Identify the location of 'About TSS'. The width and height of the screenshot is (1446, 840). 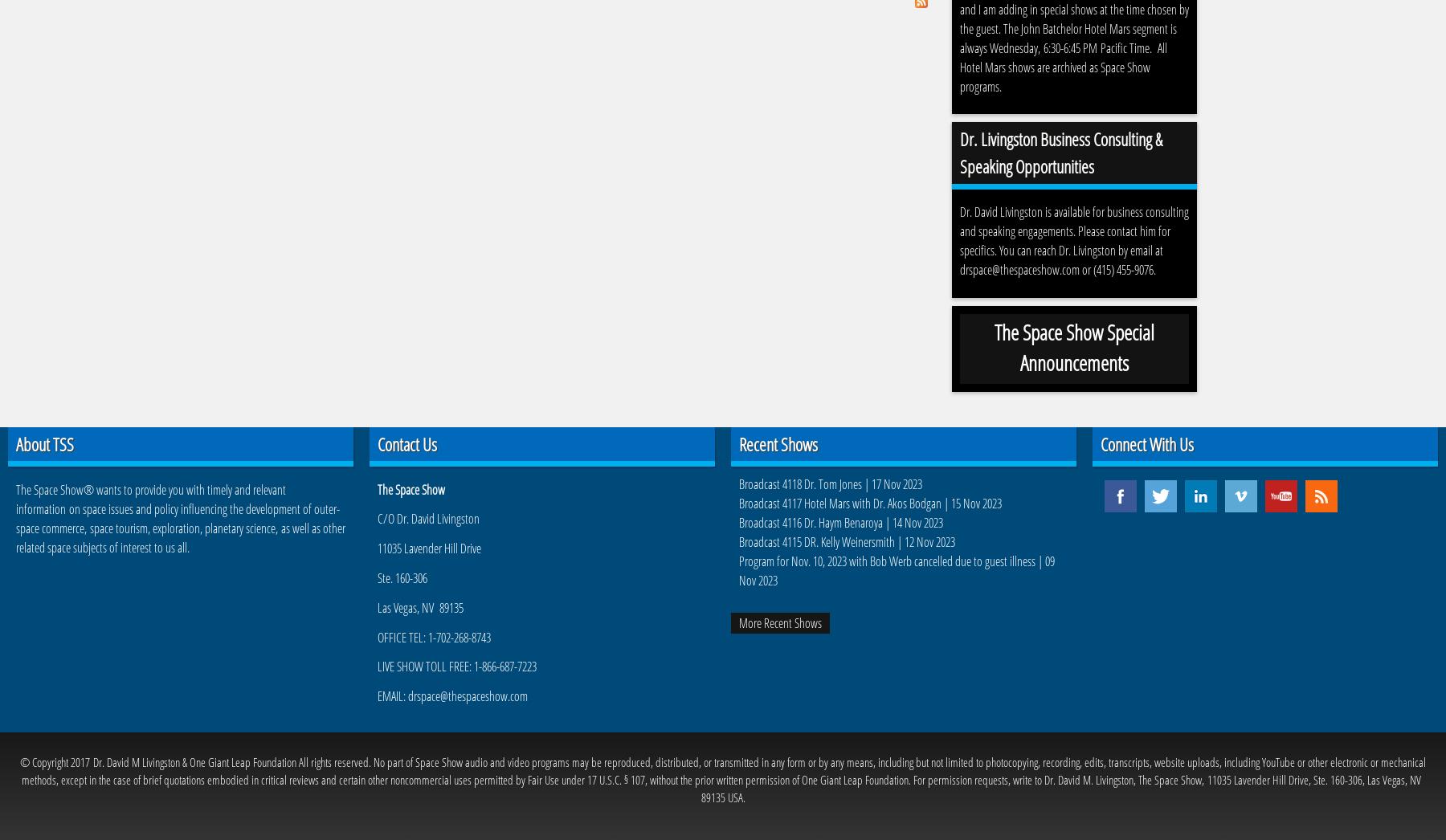
(43, 442).